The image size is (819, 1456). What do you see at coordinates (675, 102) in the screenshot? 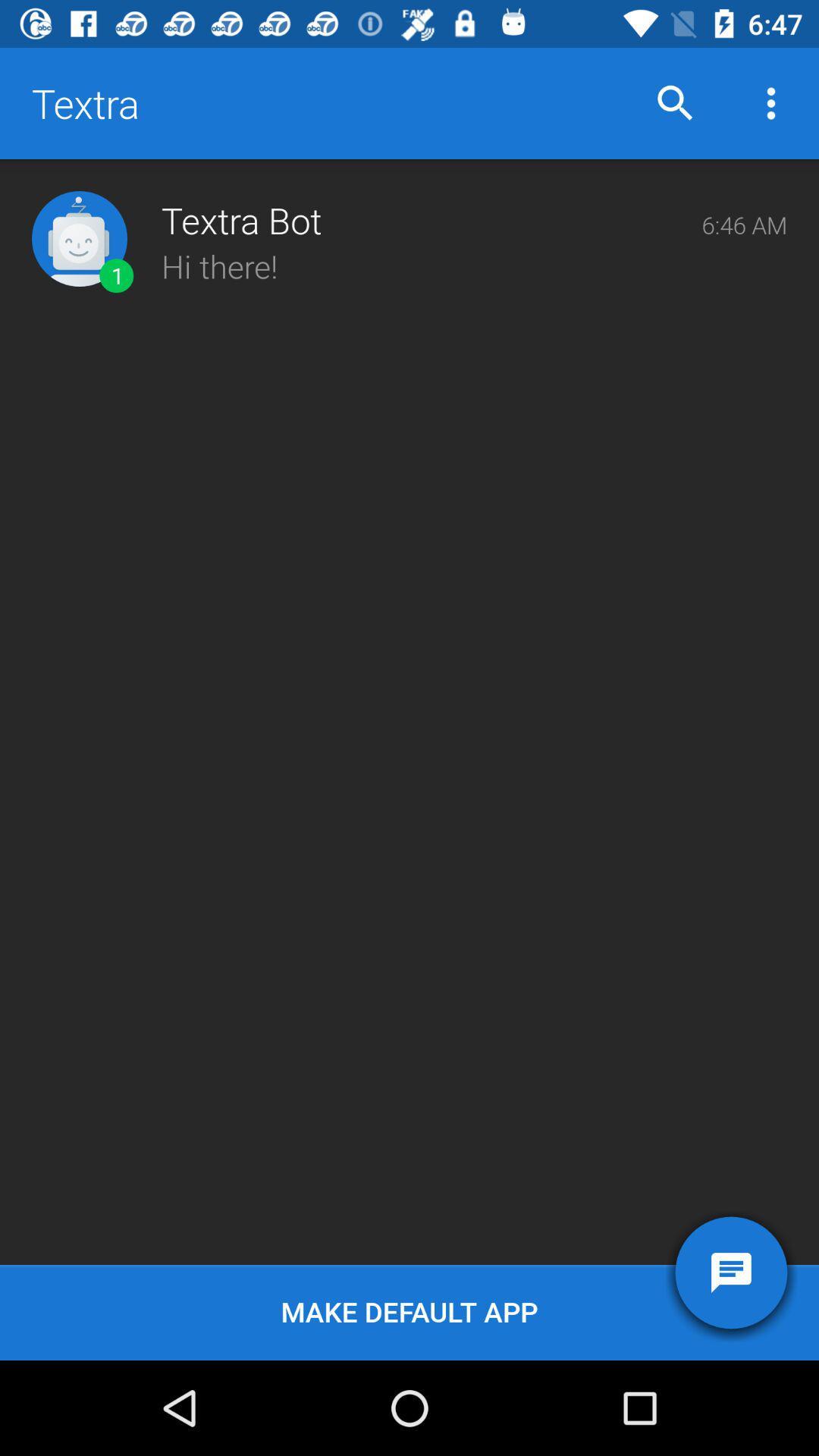
I see `the item next to textra item` at bounding box center [675, 102].